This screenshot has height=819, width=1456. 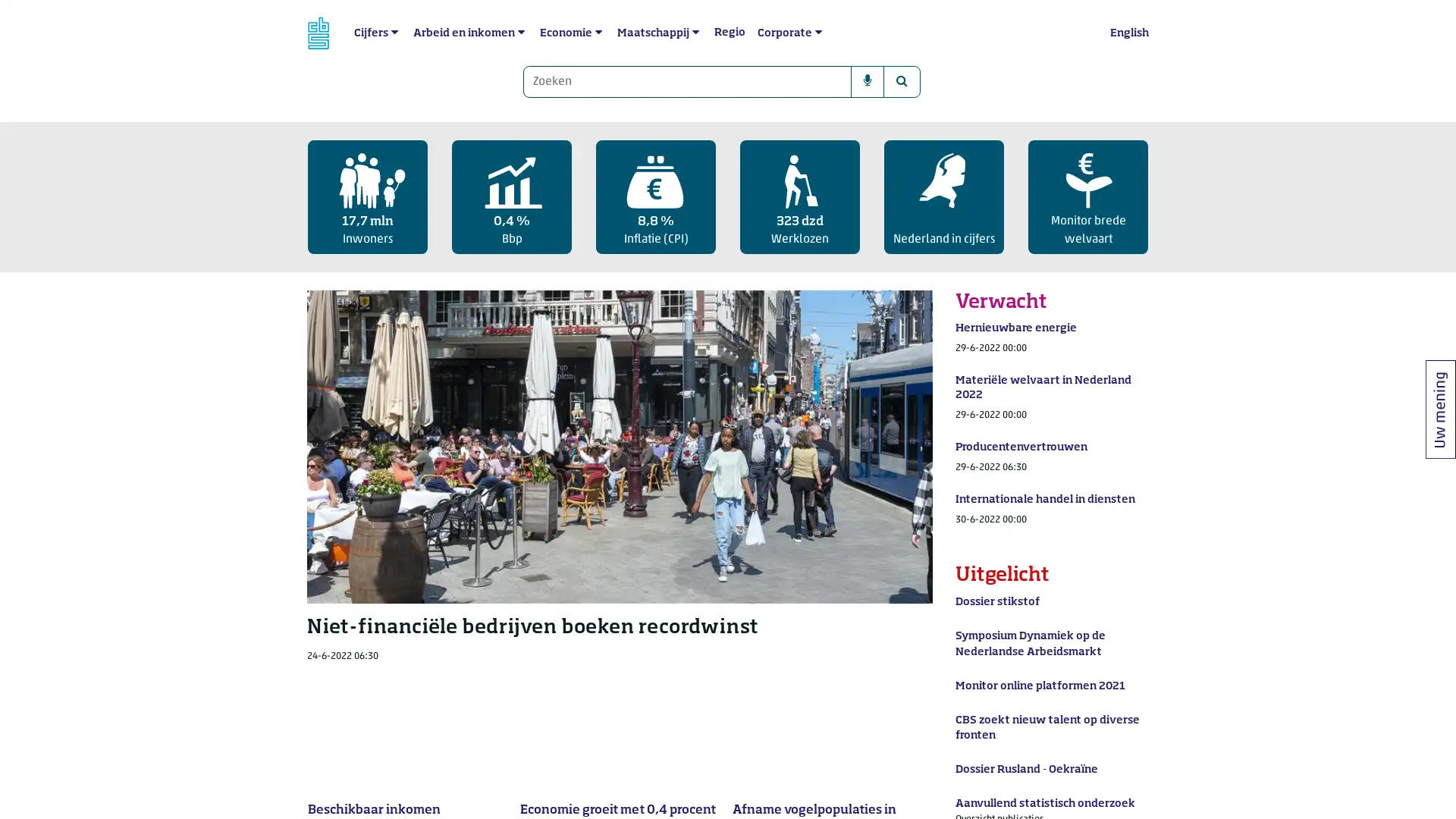 What do you see at coordinates (695, 32) in the screenshot?
I see `submenu Maatschappij` at bounding box center [695, 32].